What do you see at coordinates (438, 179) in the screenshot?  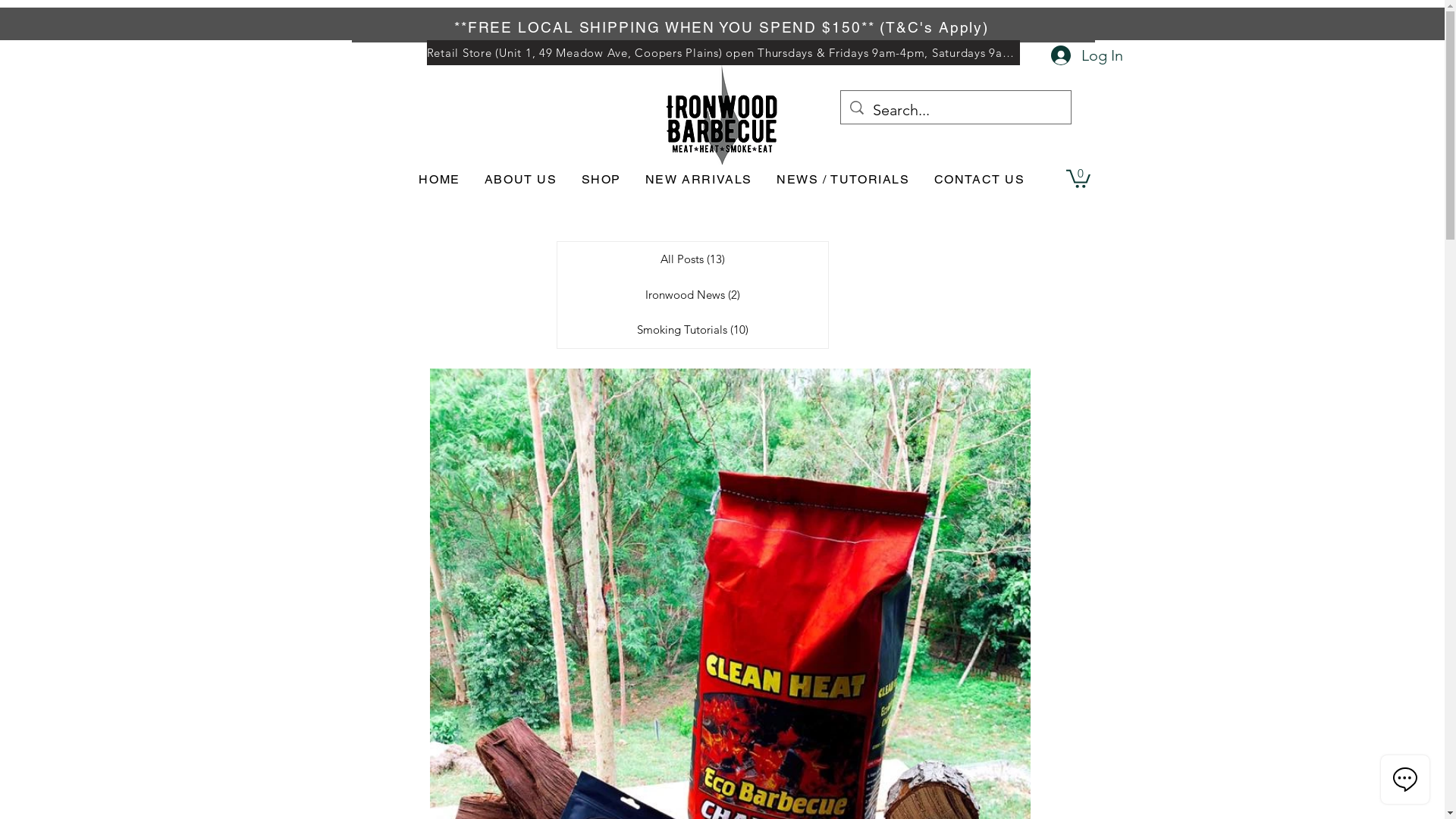 I see `'HOME'` at bounding box center [438, 179].